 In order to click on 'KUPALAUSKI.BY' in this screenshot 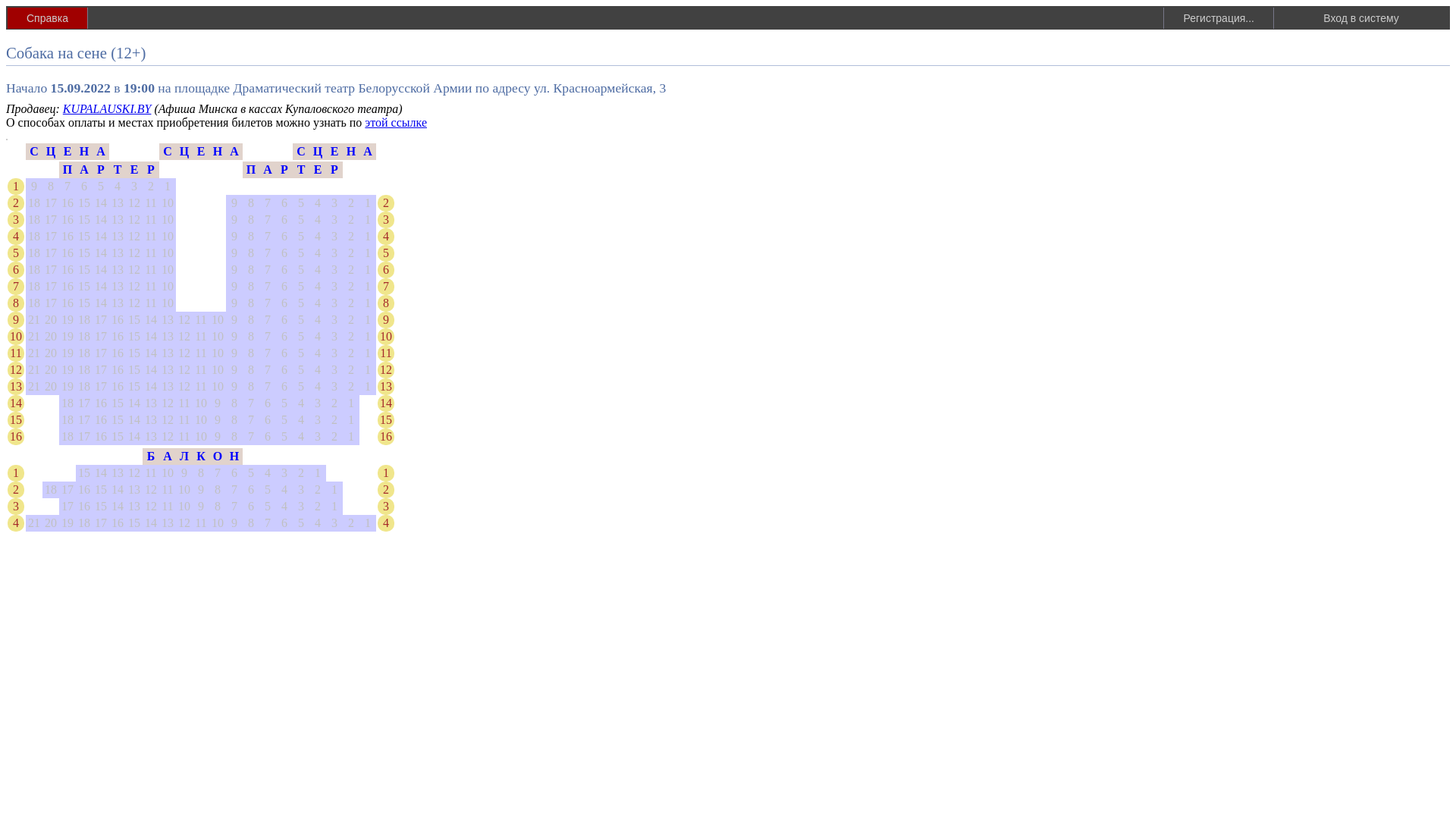, I will do `click(106, 108)`.